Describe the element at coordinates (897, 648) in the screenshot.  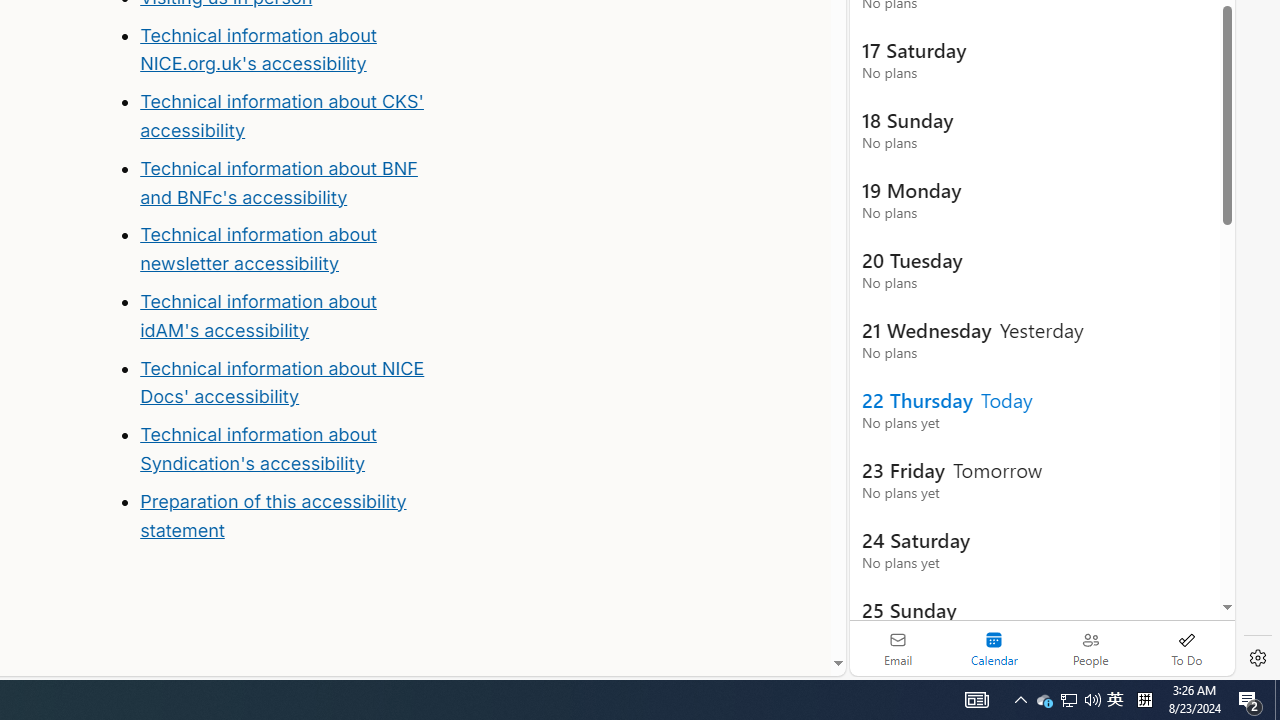
I see `'Email'` at that location.